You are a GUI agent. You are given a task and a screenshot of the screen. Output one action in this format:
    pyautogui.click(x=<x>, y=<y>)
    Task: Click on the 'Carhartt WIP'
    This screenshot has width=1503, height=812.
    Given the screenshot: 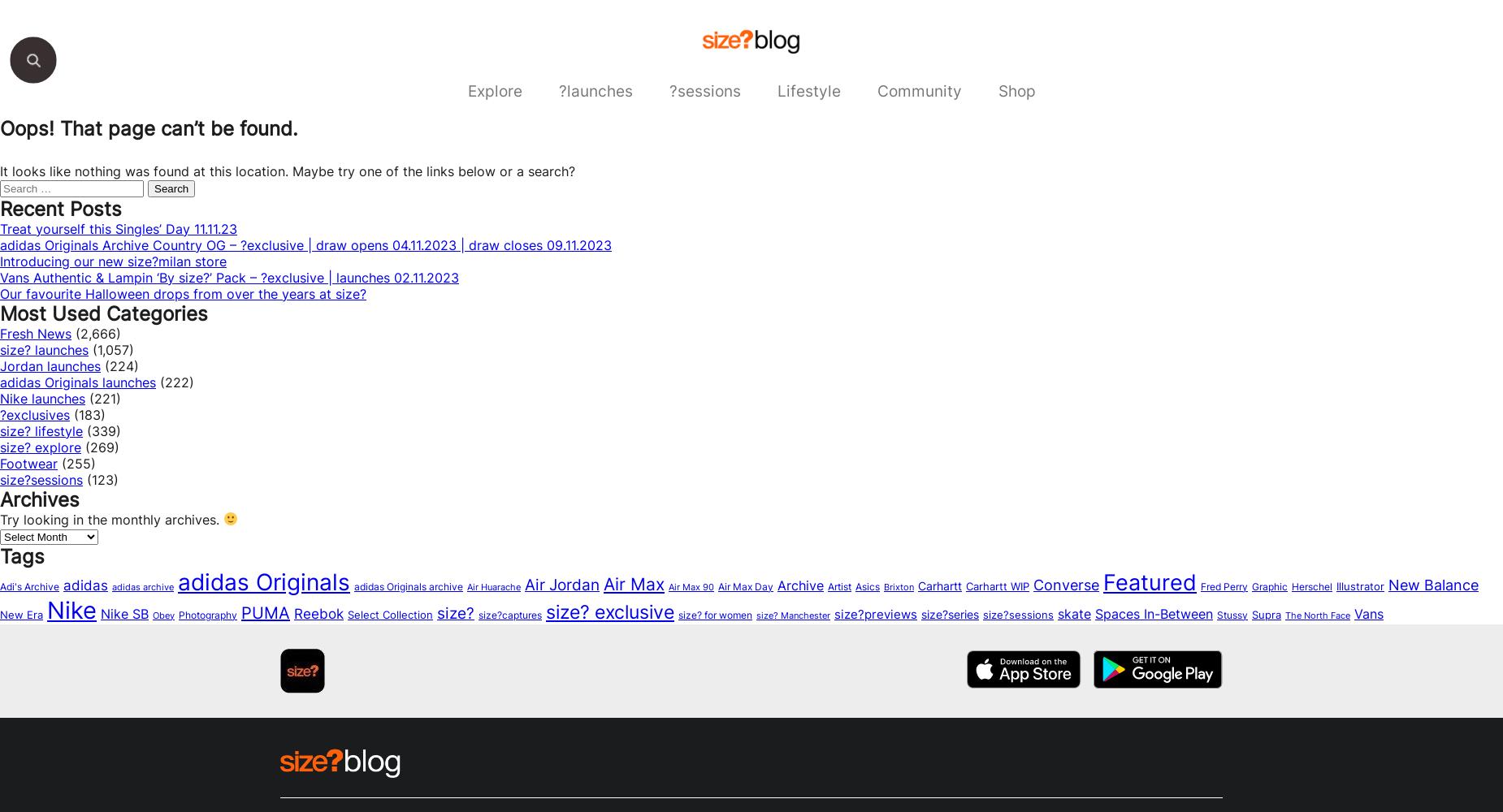 What is the action you would take?
    pyautogui.click(x=997, y=585)
    